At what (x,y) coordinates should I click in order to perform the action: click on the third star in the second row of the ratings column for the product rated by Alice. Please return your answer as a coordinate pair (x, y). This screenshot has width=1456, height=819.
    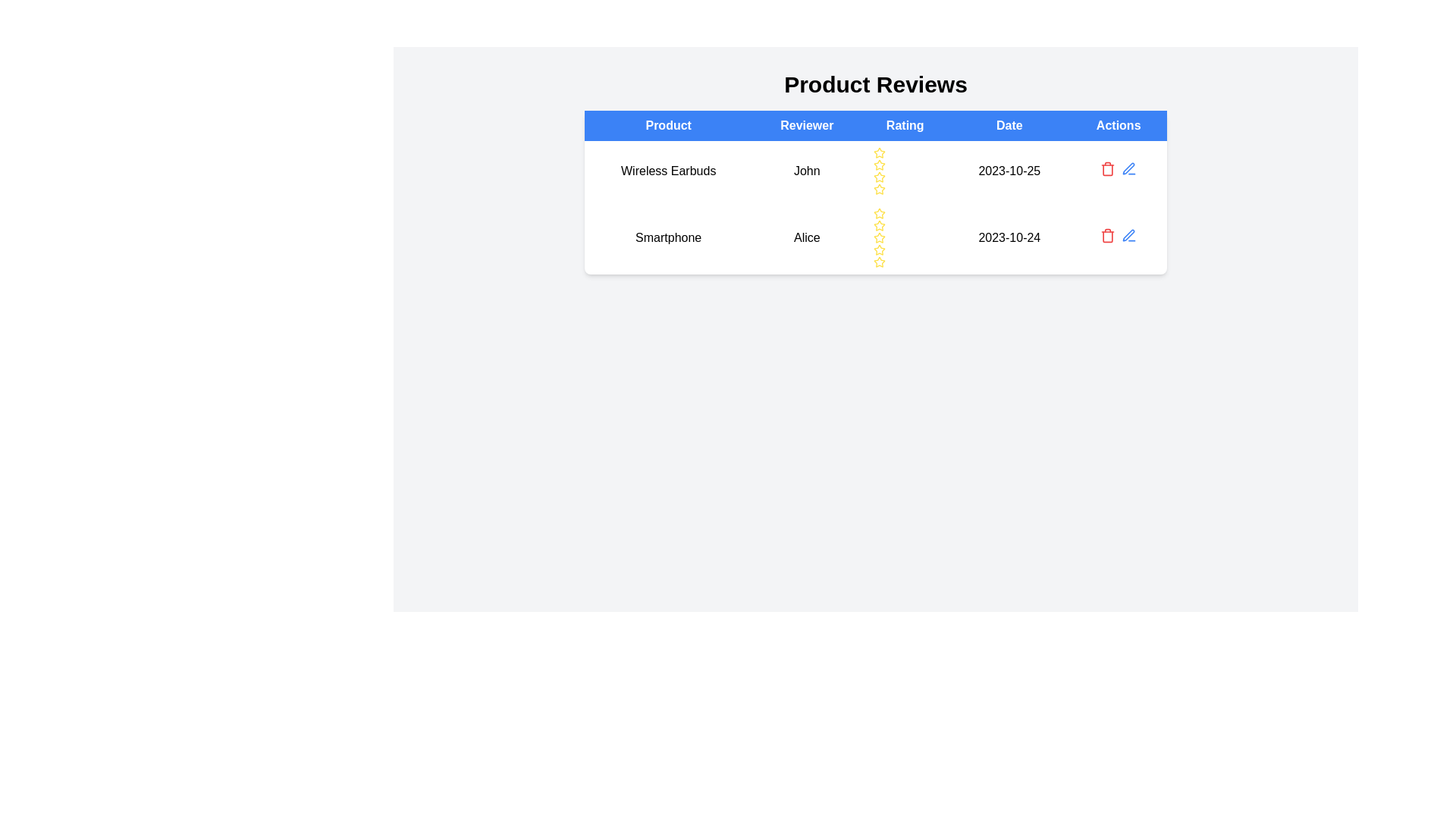
    Looking at the image, I should click on (880, 237).